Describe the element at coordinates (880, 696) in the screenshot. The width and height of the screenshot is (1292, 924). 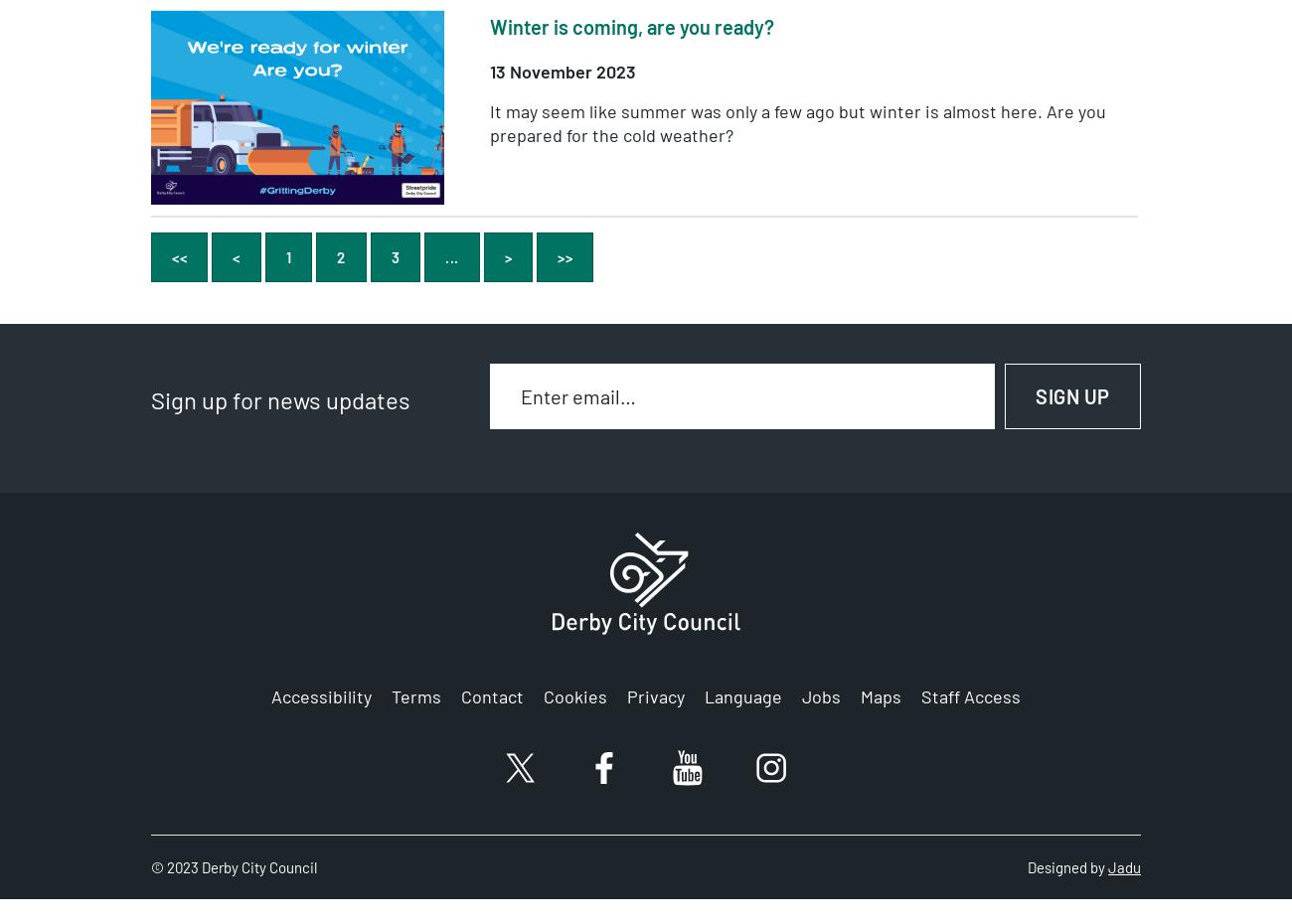
I see `'Maps'` at that location.